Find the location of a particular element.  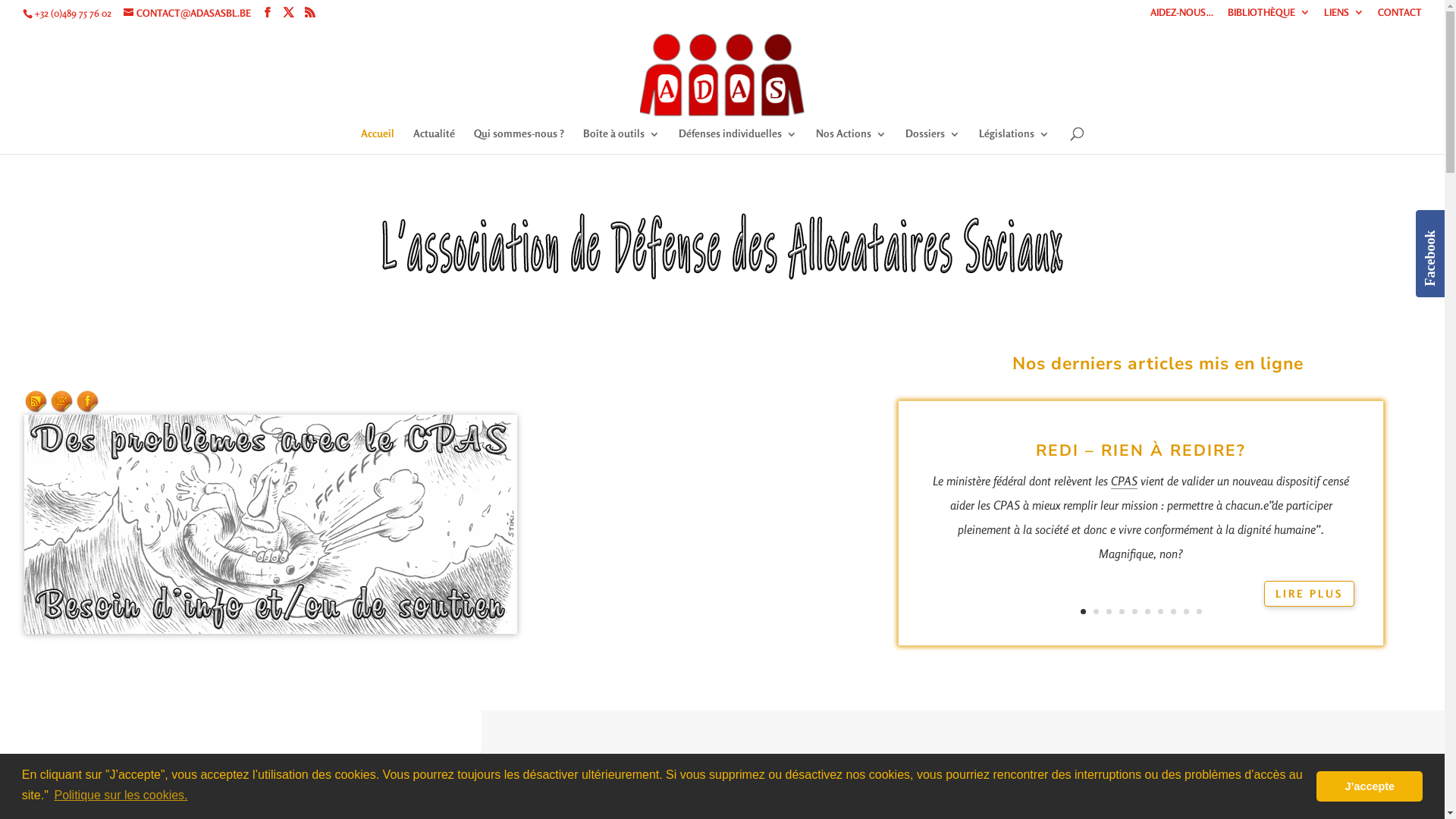

'4' is located at coordinates (1119, 610).